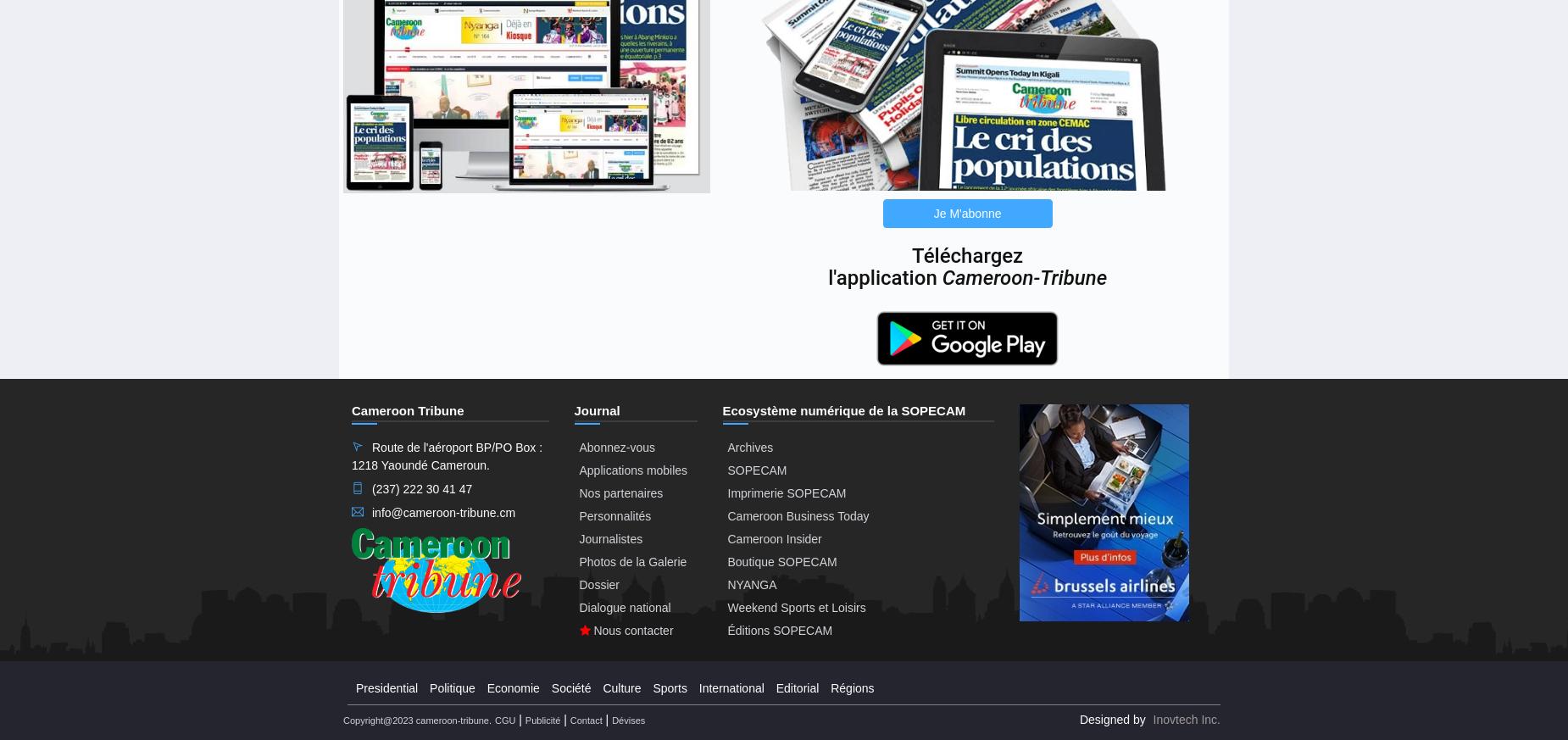  Describe the element at coordinates (780, 629) in the screenshot. I see `'Éditions SOPECAM'` at that location.